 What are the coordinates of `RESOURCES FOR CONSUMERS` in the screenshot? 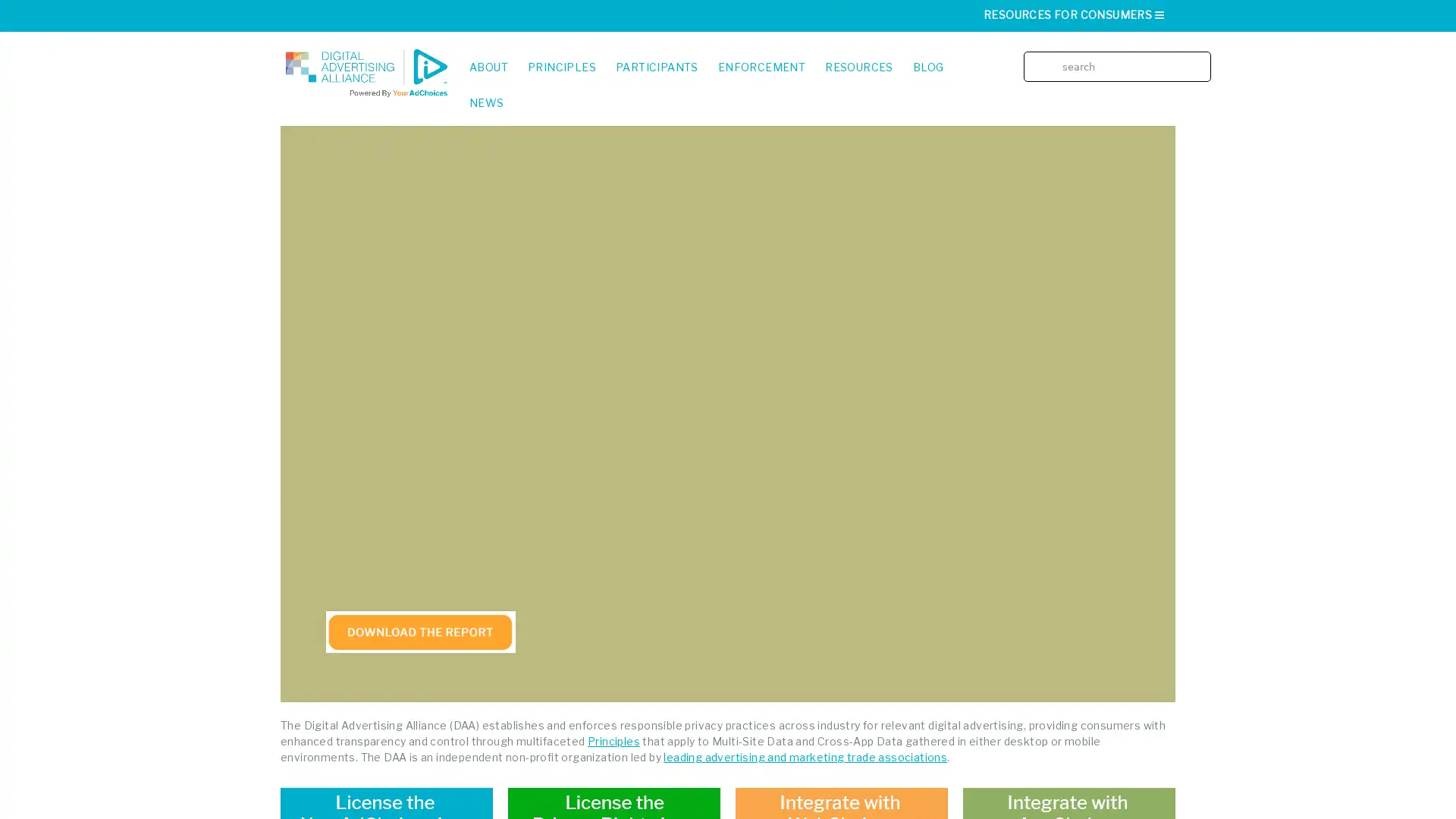 It's located at (1074, 14).